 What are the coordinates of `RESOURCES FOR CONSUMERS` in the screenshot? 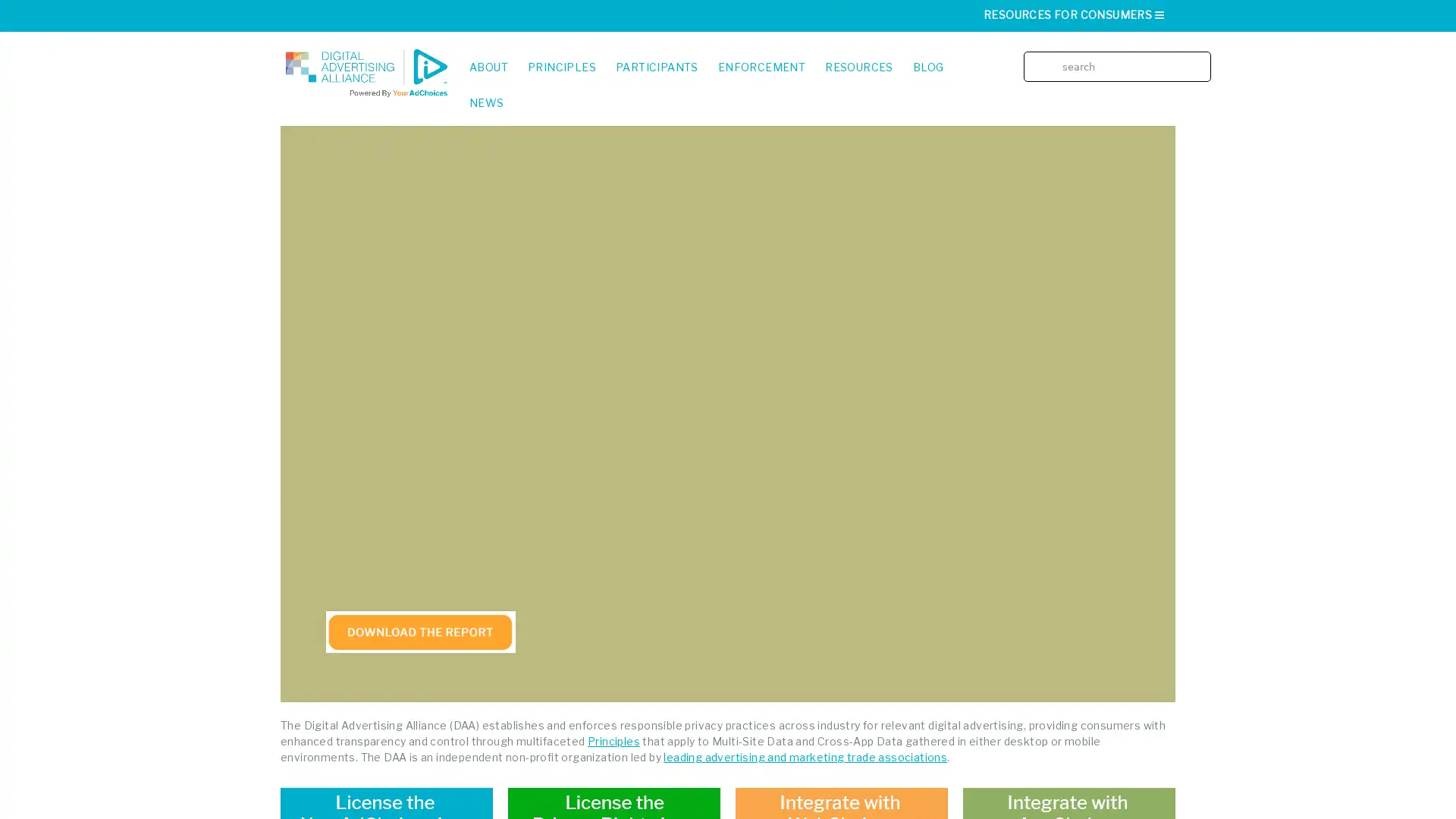 It's located at (1074, 14).